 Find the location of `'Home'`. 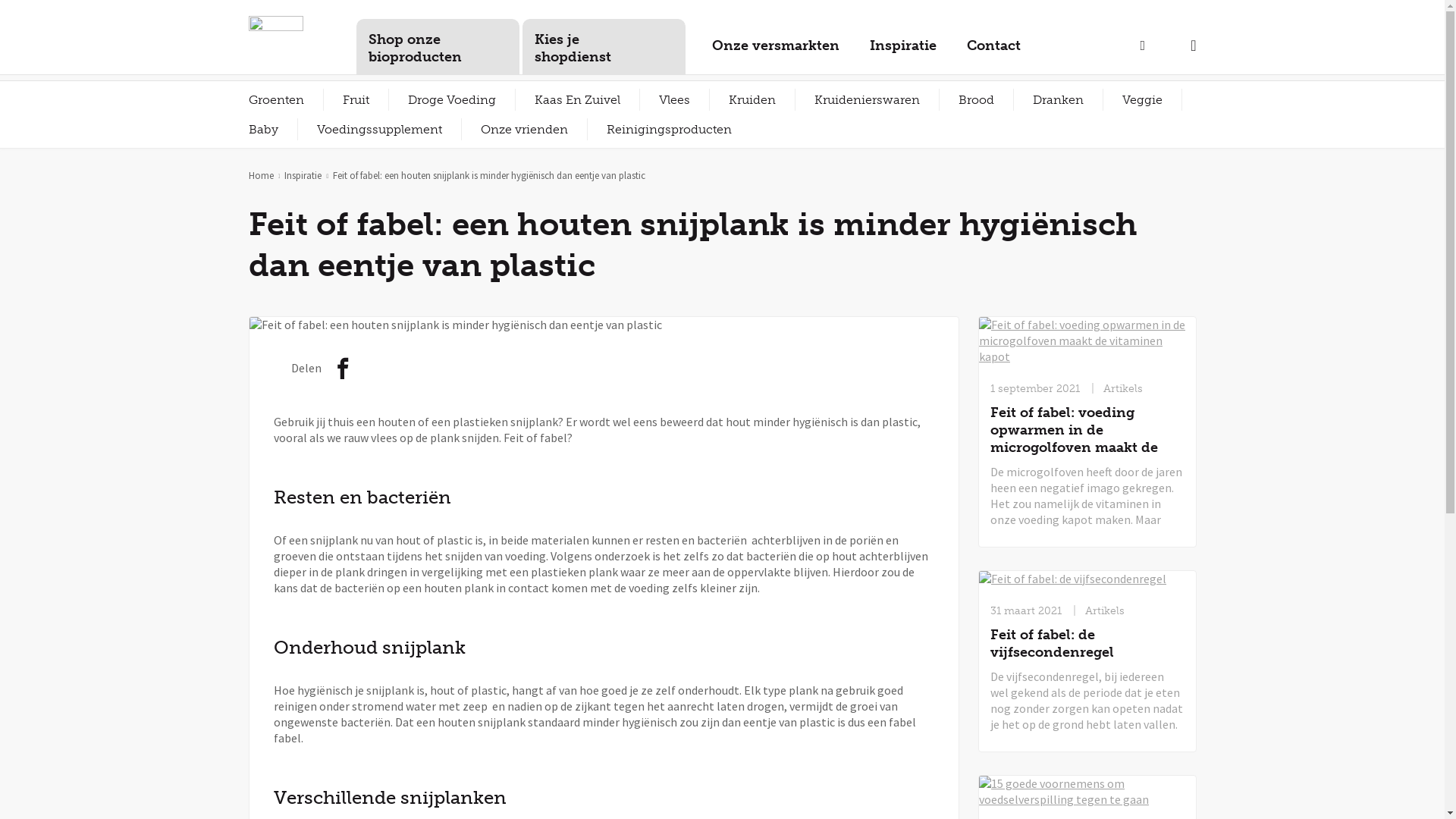

'Home' is located at coordinates (261, 174).